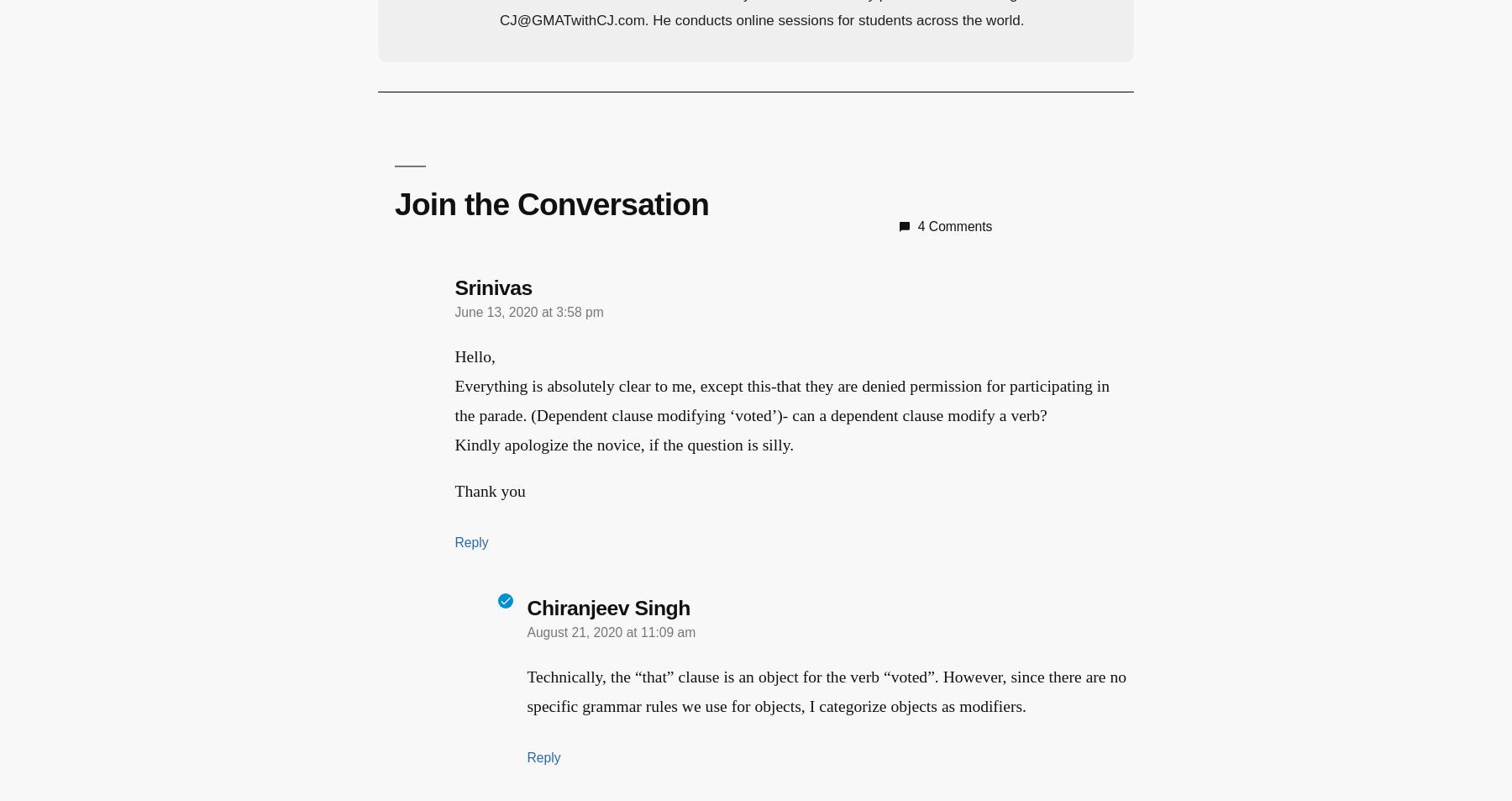 This screenshot has height=801, width=1512. What do you see at coordinates (623, 445) in the screenshot?
I see `'Kindly apologize the novice, if the question is silly.'` at bounding box center [623, 445].